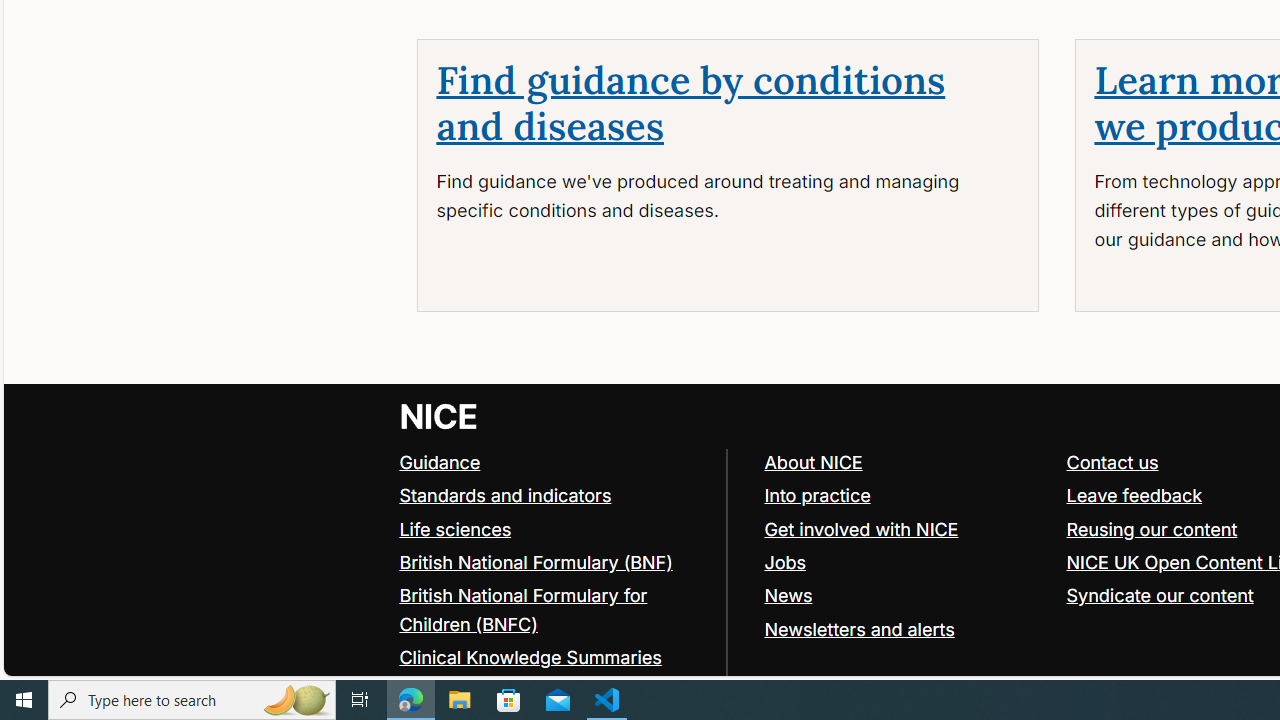 The image size is (1280, 720). Describe the element at coordinates (861, 527) in the screenshot. I see `'Get involved with NICE'` at that location.